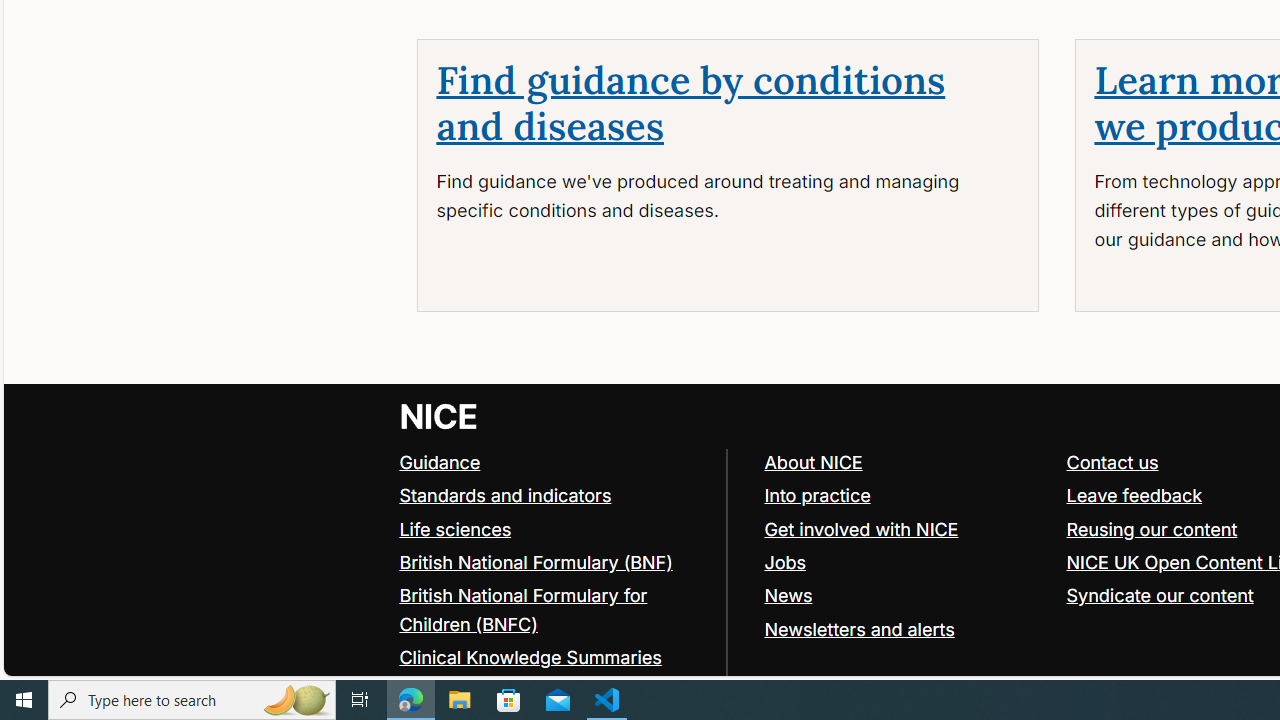 The image size is (1280, 720). Describe the element at coordinates (861, 527) in the screenshot. I see `'Get involved with NICE'` at that location.